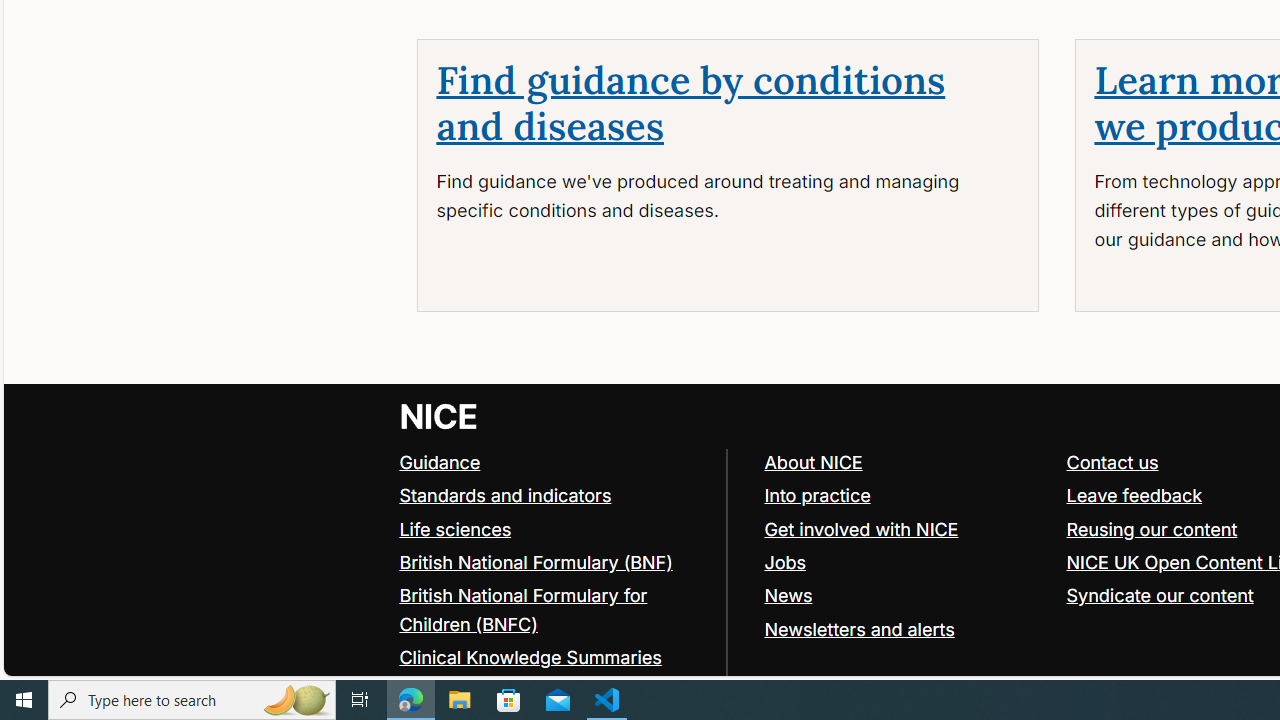 The image size is (1280, 720). Describe the element at coordinates (861, 527) in the screenshot. I see `'Get involved with NICE'` at that location.